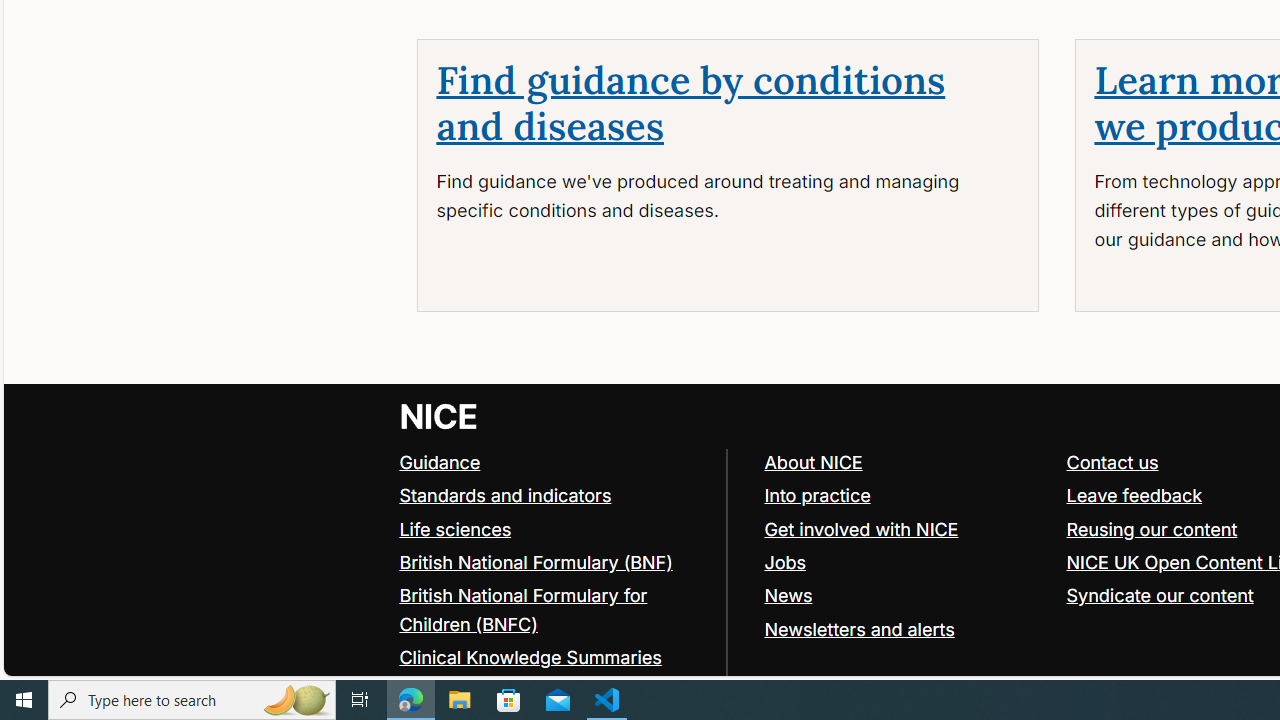 The image size is (1280, 720). Describe the element at coordinates (861, 527) in the screenshot. I see `'Get involved with NICE'` at that location.